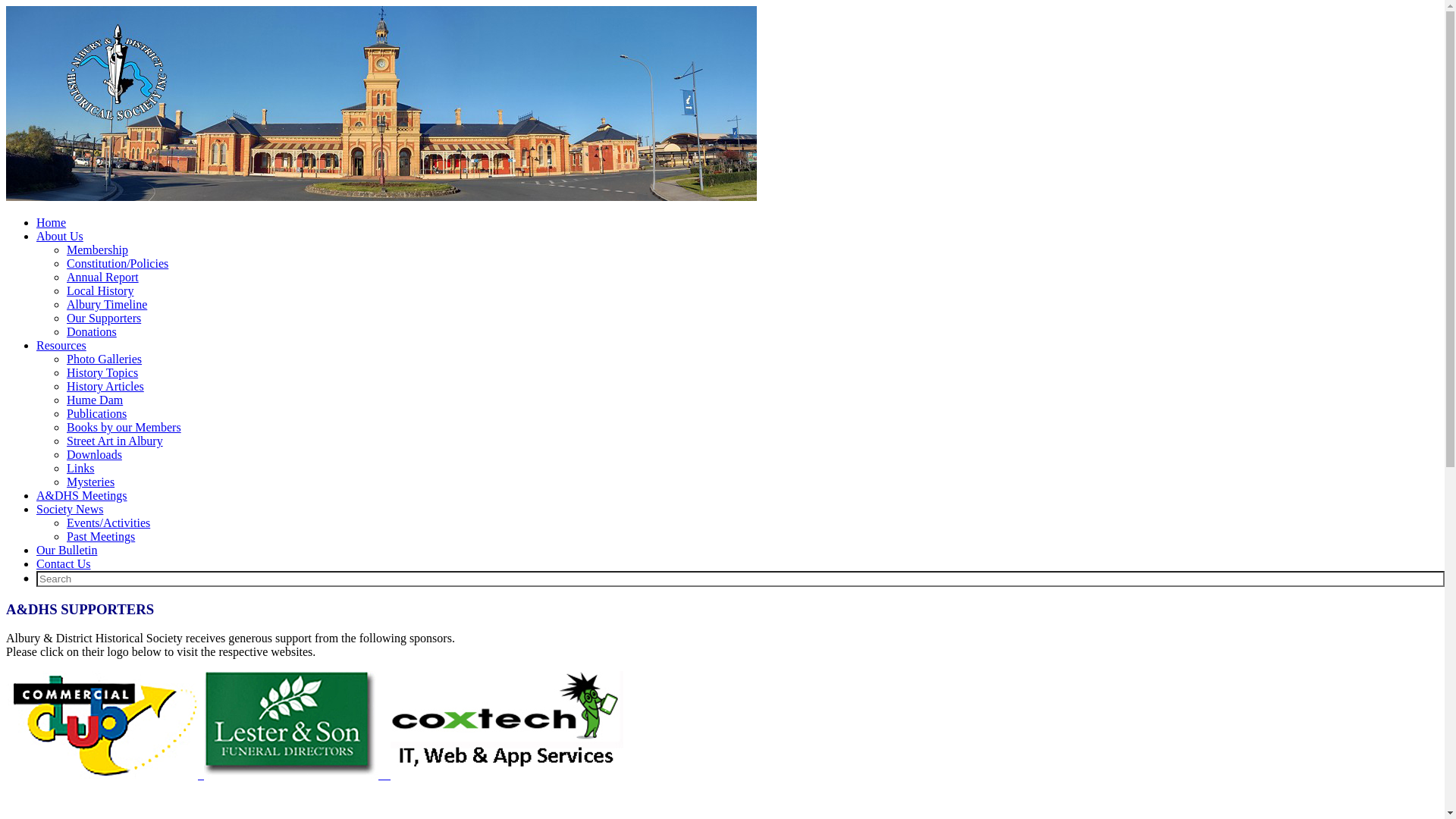 This screenshot has height=819, width=1456. What do you see at coordinates (65, 522) in the screenshot?
I see `'Events/Activities'` at bounding box center [65, 522].